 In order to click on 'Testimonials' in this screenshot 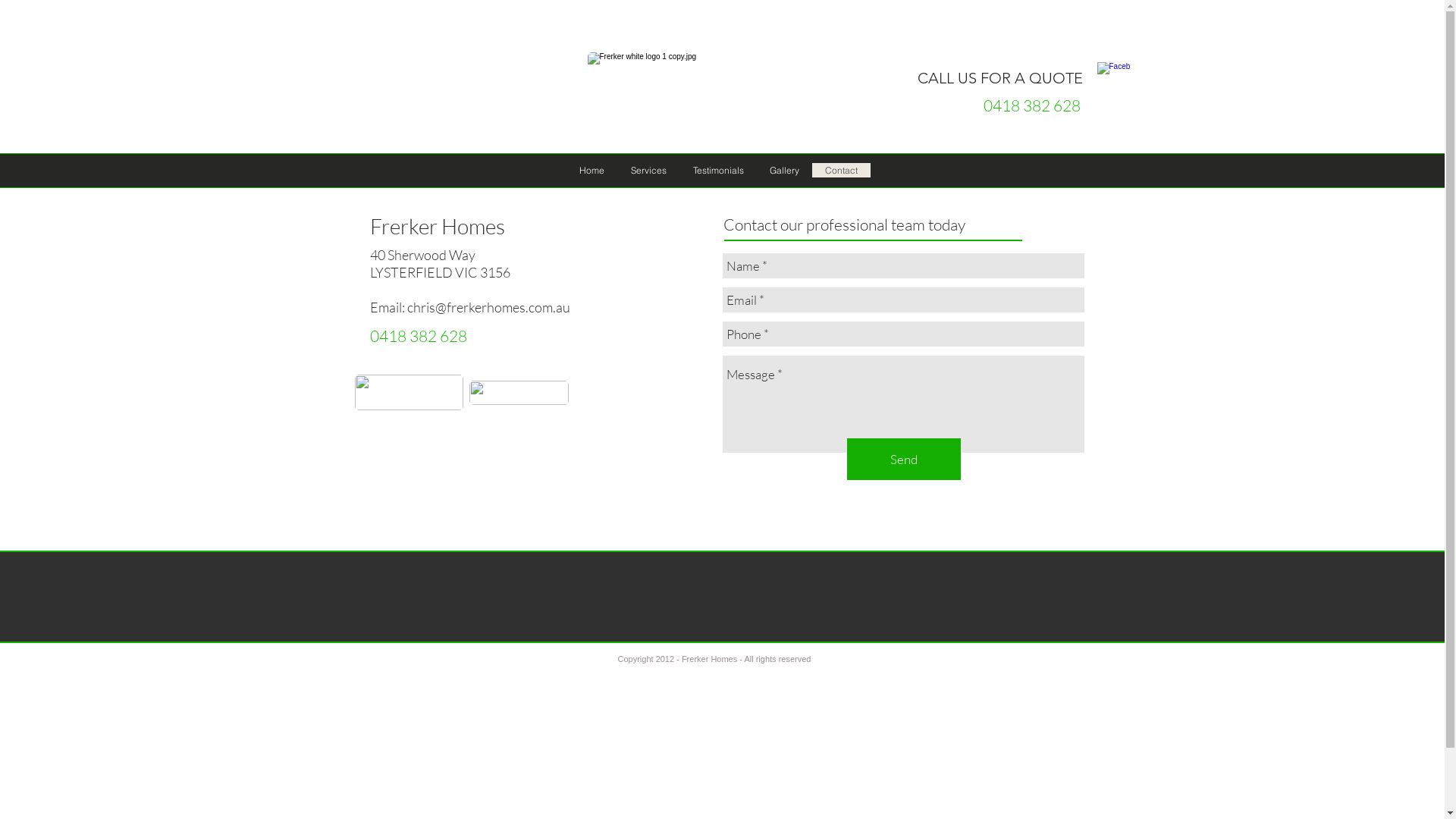, I will do `click(679, 170)`.